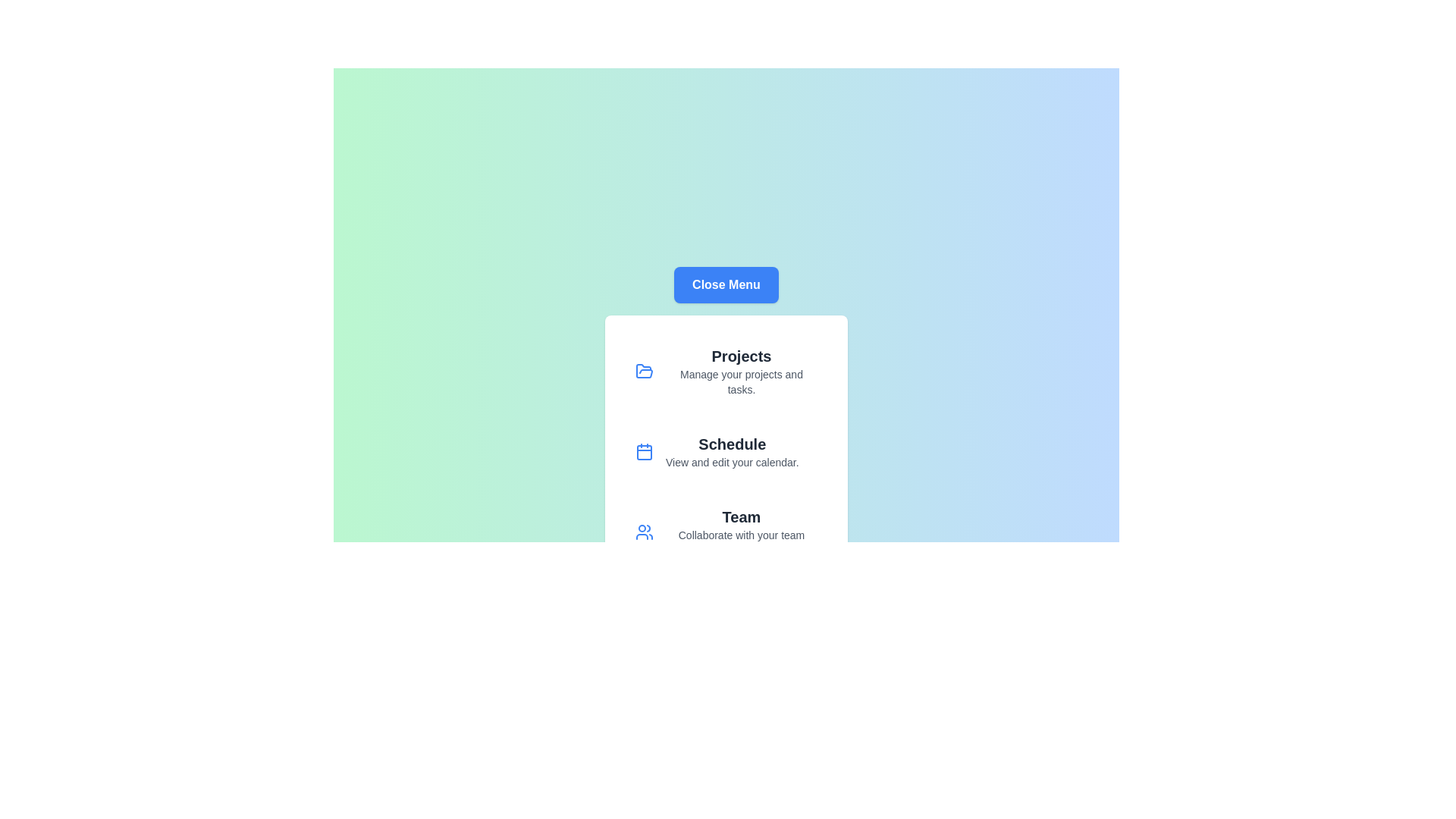 Image resolution: width=1456 pixels, height=819 pixels. What do you see at coordinates (644, 451) in the screenshot?
I see `the icon corresponding to Schedule` at bounding box center [644, 451].